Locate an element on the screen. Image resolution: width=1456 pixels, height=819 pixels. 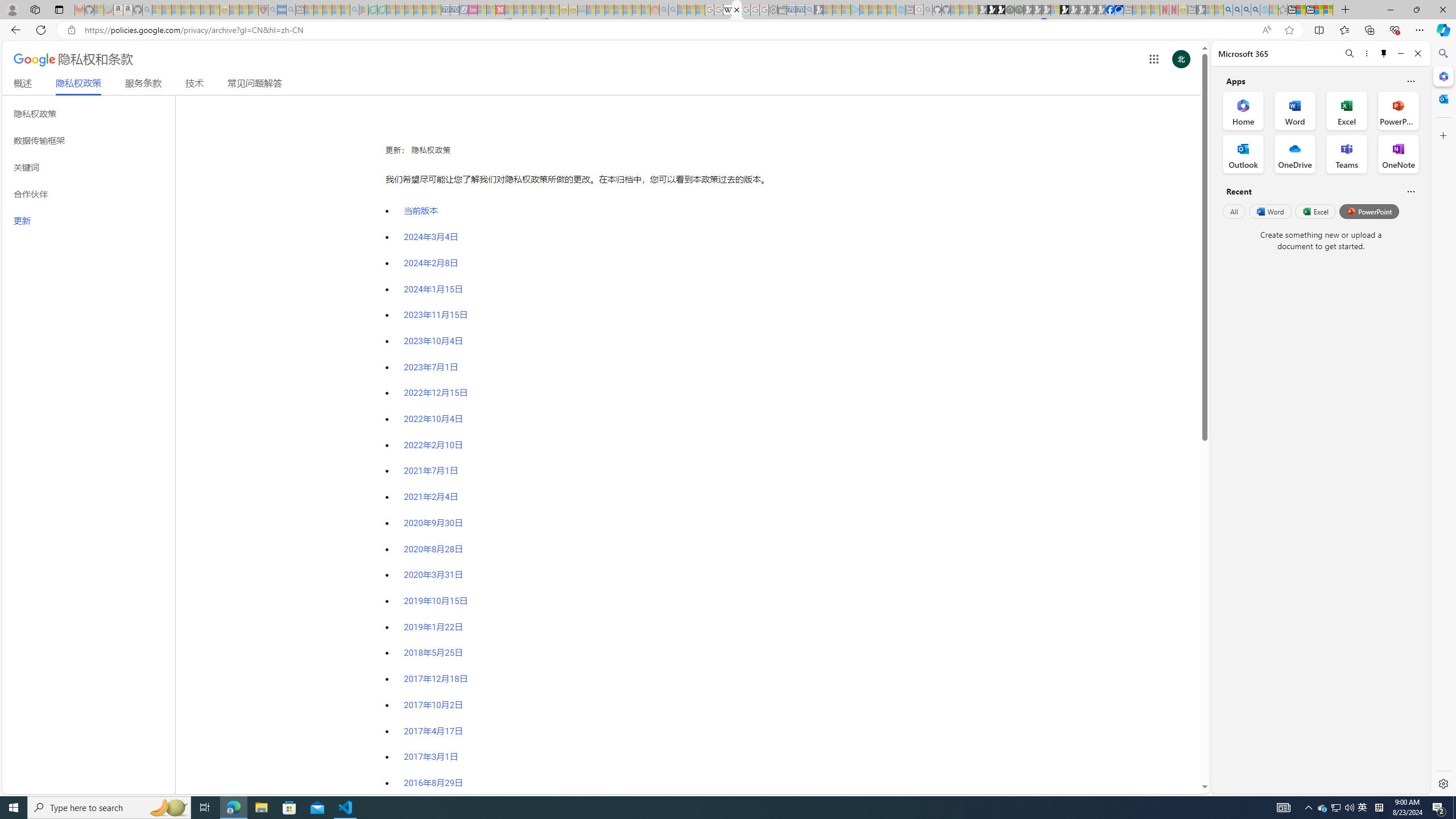
'MSN - Sleeping' is located at coordinates (1199, 9).